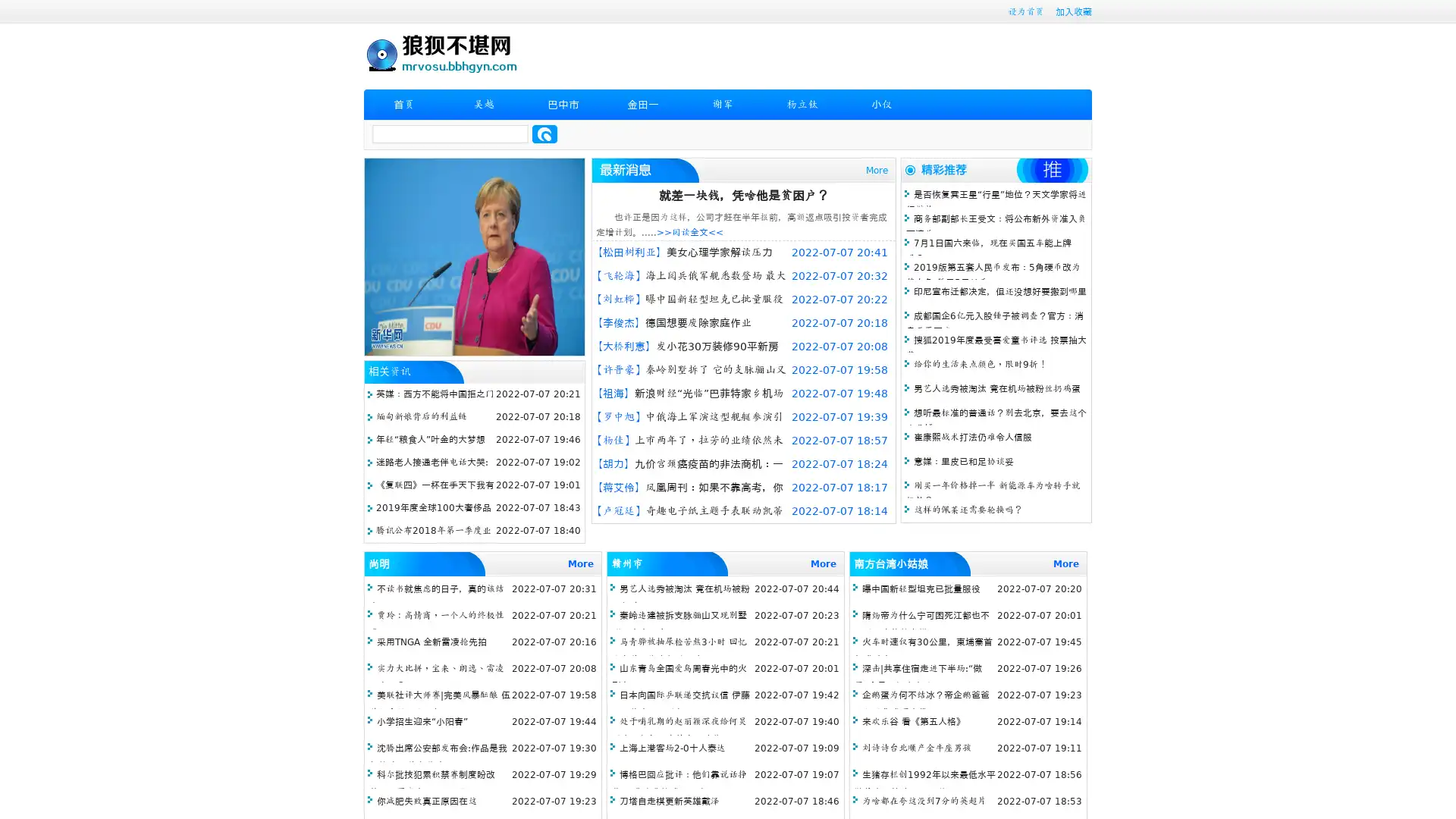 This screenshot has height=819, width=1456. What do you see at coordinates (544, 133) in the screenshot?
I see `Search` at bounding box center [544, 133].